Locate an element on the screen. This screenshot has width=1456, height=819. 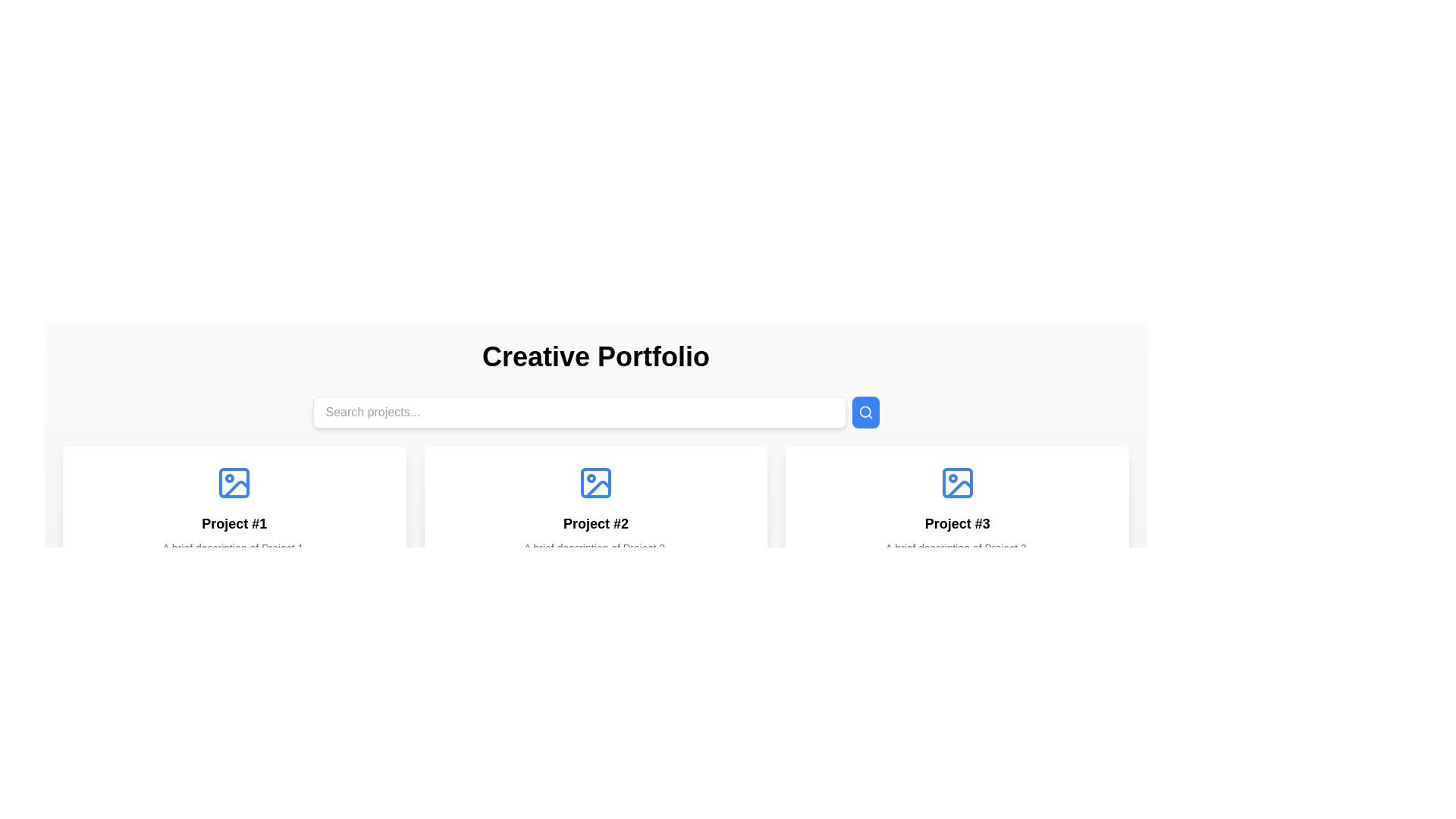
text element that serves as the header or title for the page, which is positioned directly above the search bar and project cards is located at coordinates (595, 356).